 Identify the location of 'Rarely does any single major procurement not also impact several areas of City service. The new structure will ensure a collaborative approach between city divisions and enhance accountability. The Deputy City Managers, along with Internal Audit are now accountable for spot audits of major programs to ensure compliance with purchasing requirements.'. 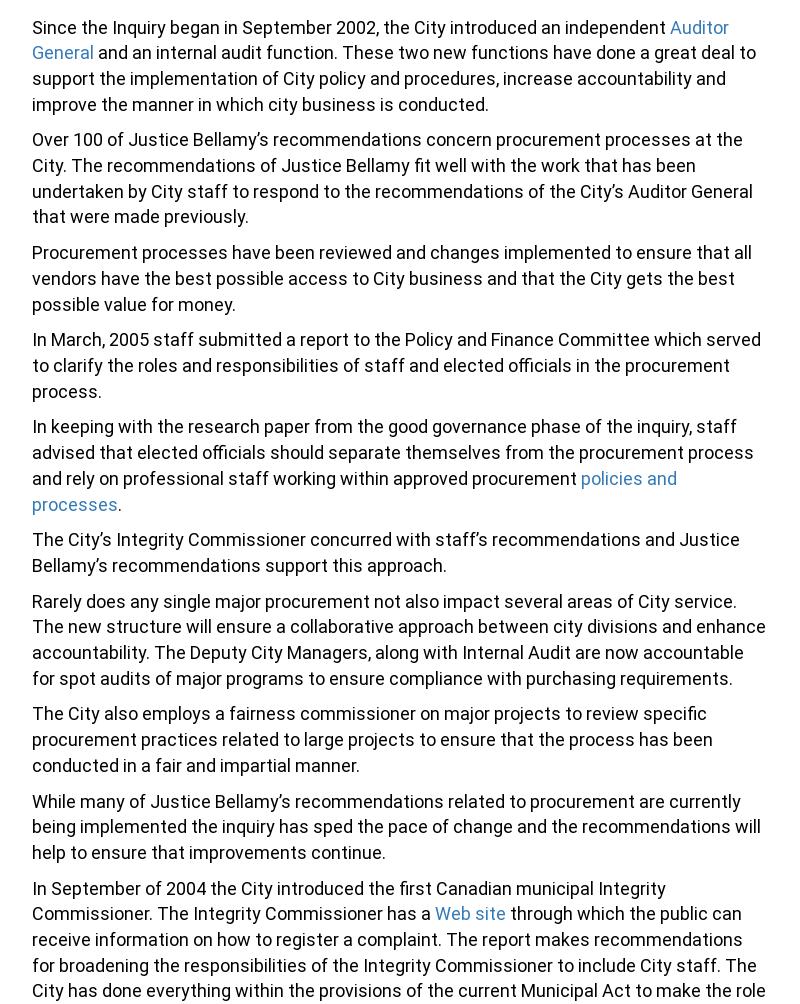
(398, 638).